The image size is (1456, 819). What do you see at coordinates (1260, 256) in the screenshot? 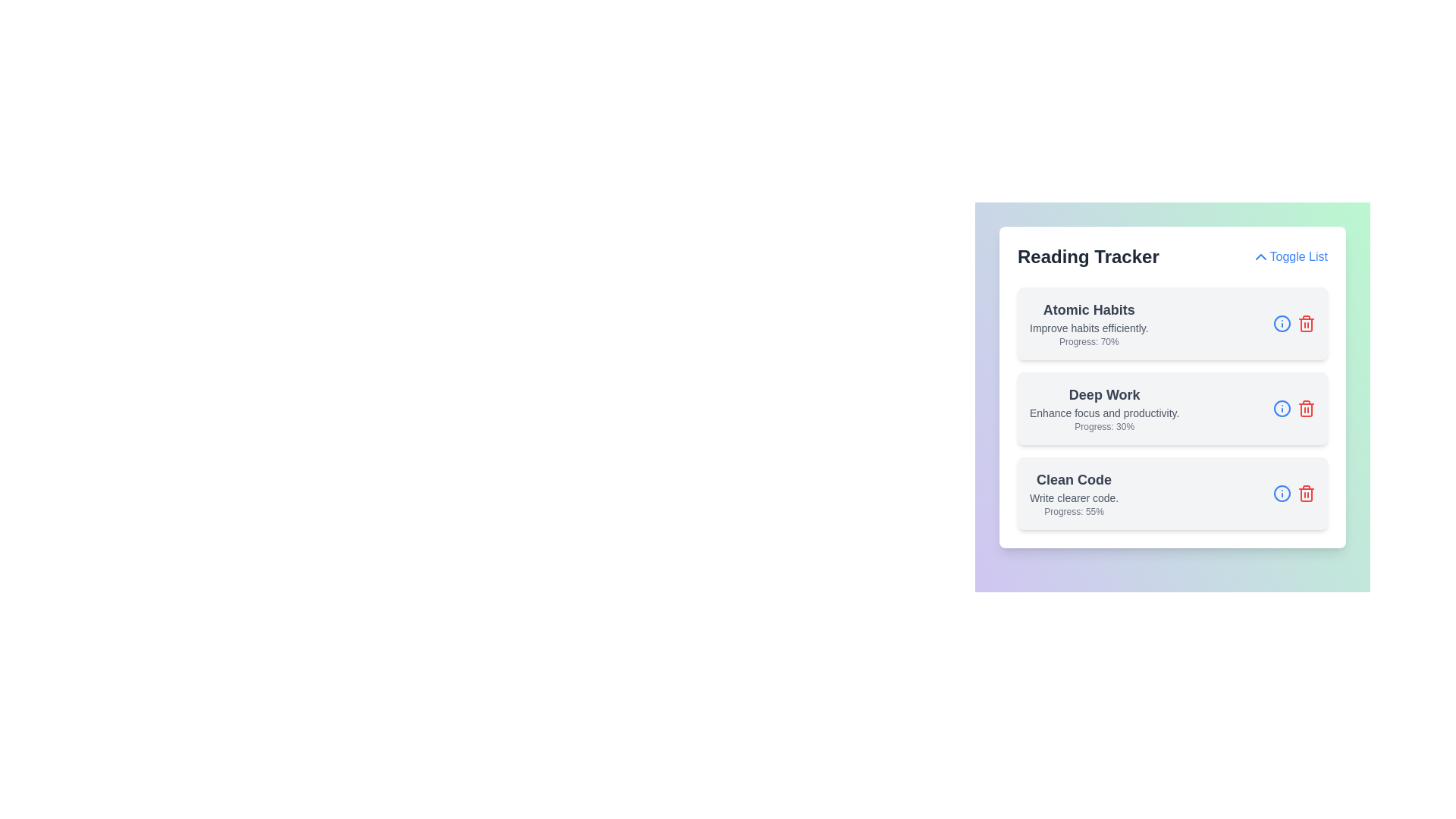
I see `the upward-facing chevron icon in blue color next to the 'Toggle List' text` at bounding box center [1260, 256].